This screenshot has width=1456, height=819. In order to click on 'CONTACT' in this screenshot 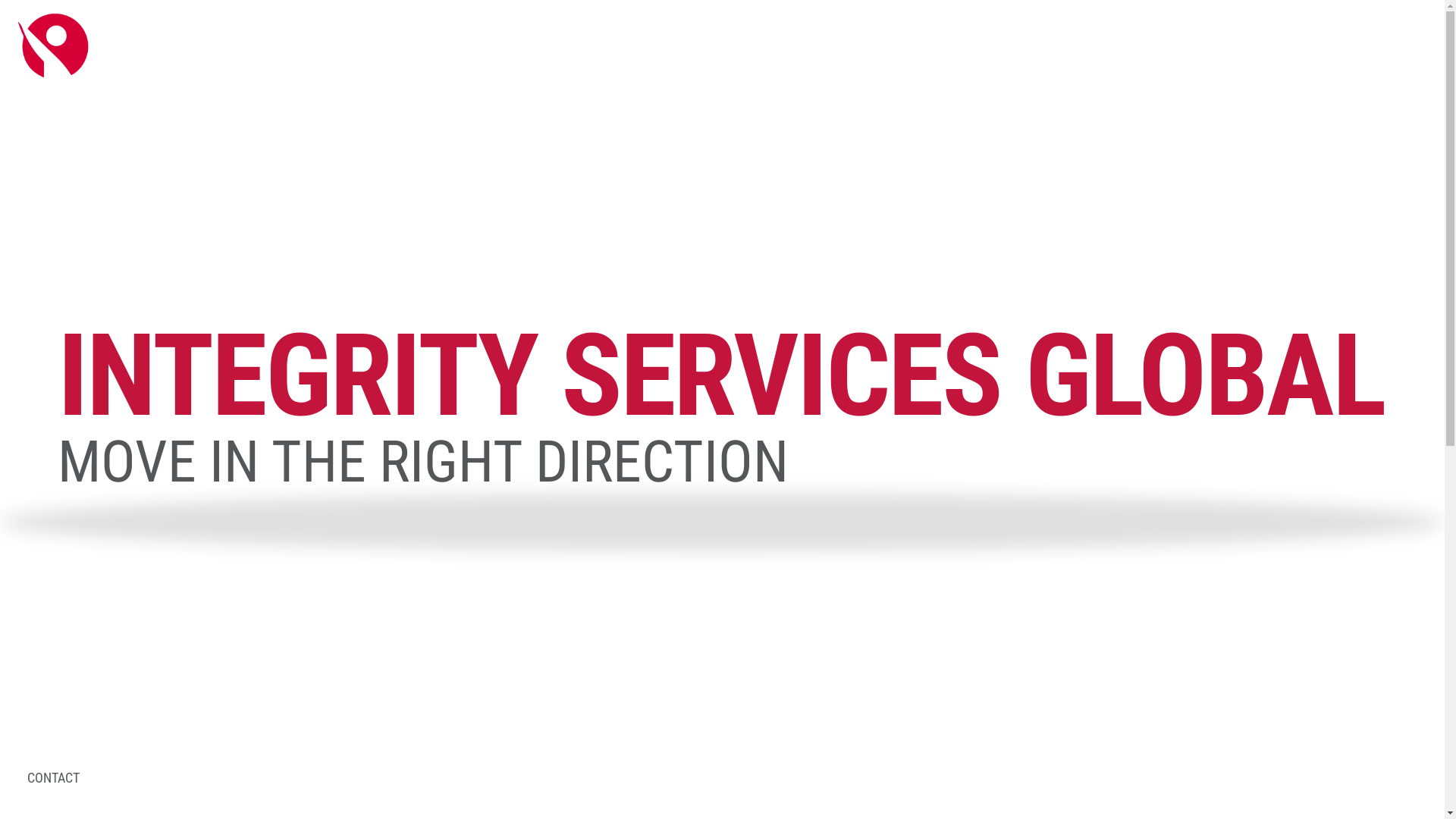, I will do `click(27, 778)`.